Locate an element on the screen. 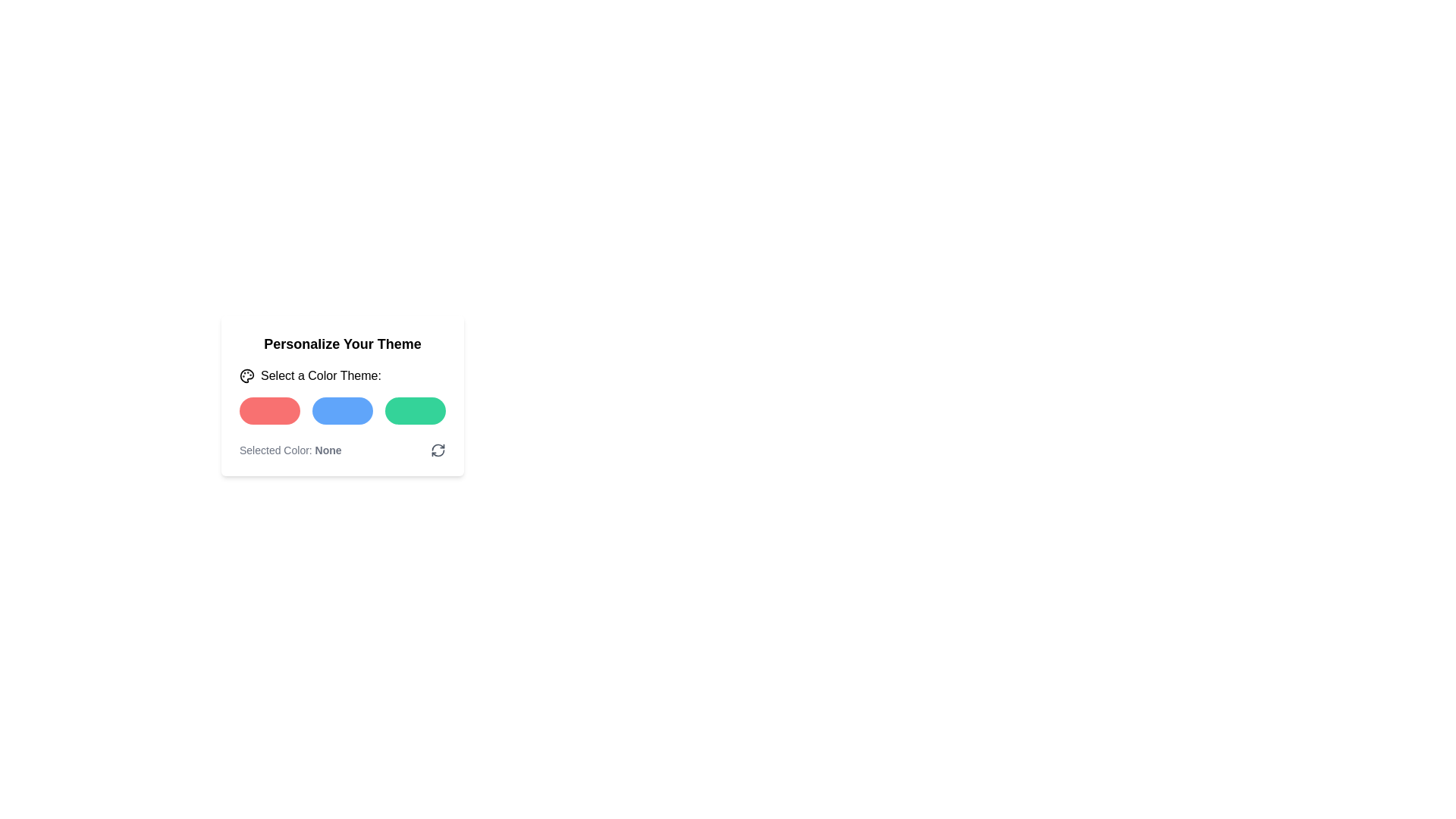 This screenshot has height=819, width=1456. the text label displaying 'Selected Color: None', which is styled with a smaller light gray font and is part of the color selection interface is located at coordinates (290, 450).